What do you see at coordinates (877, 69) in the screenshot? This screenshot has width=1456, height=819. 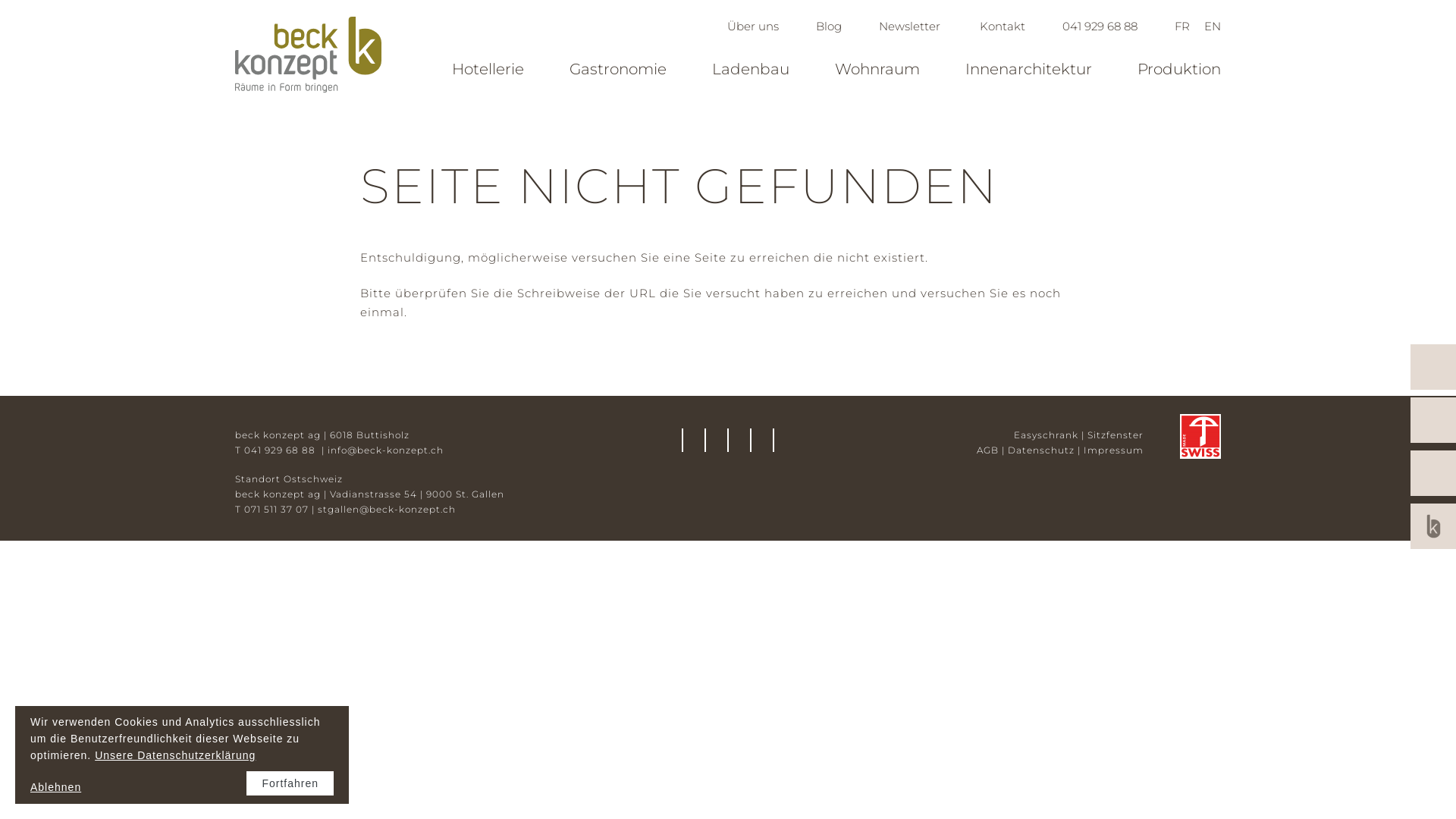 I see `'Wohnraum'` at bounding box center [877, 69].